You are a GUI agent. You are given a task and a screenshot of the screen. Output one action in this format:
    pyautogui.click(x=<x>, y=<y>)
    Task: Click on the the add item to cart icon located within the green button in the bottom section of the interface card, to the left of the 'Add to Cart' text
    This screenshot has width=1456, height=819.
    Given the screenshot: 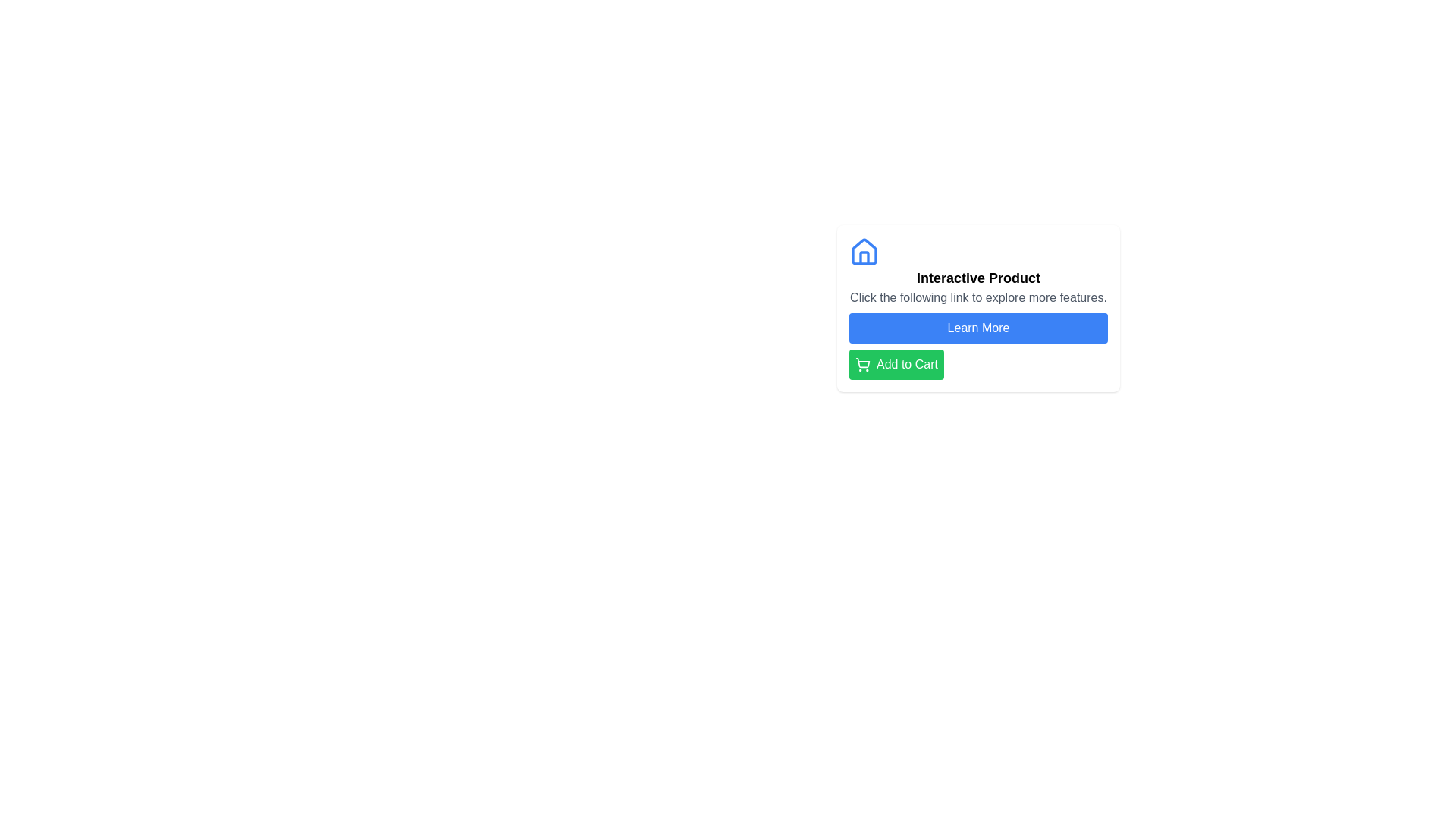 What is the action you would take?
    pyautogui.click(x=862, y=365)
    